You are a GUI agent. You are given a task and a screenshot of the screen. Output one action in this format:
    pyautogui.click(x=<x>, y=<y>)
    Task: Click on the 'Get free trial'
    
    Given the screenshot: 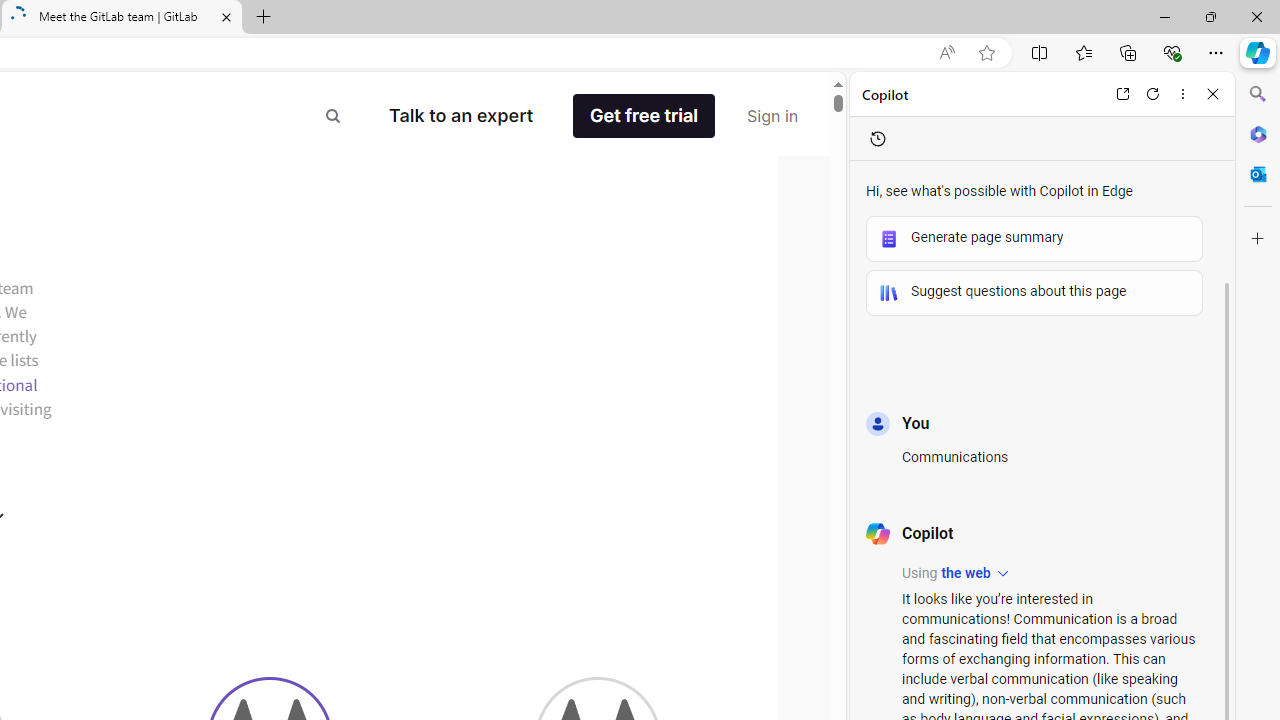 What is the action you would take?
    pyautogui.click(x=644, y=116)
    